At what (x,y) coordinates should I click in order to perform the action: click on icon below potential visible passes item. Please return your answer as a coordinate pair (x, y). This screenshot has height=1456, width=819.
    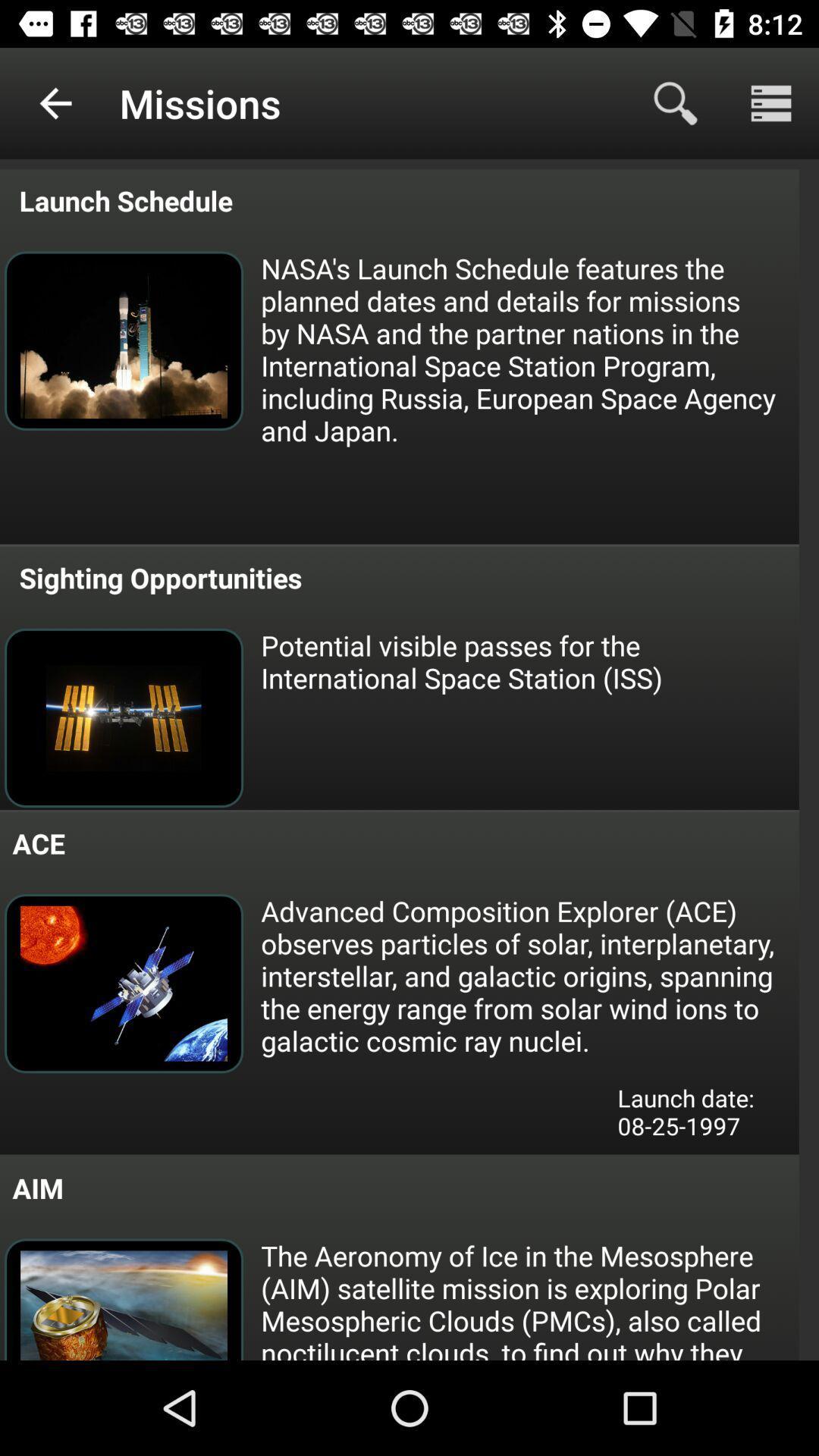
    Looking at the image, I should click on (528, 975).